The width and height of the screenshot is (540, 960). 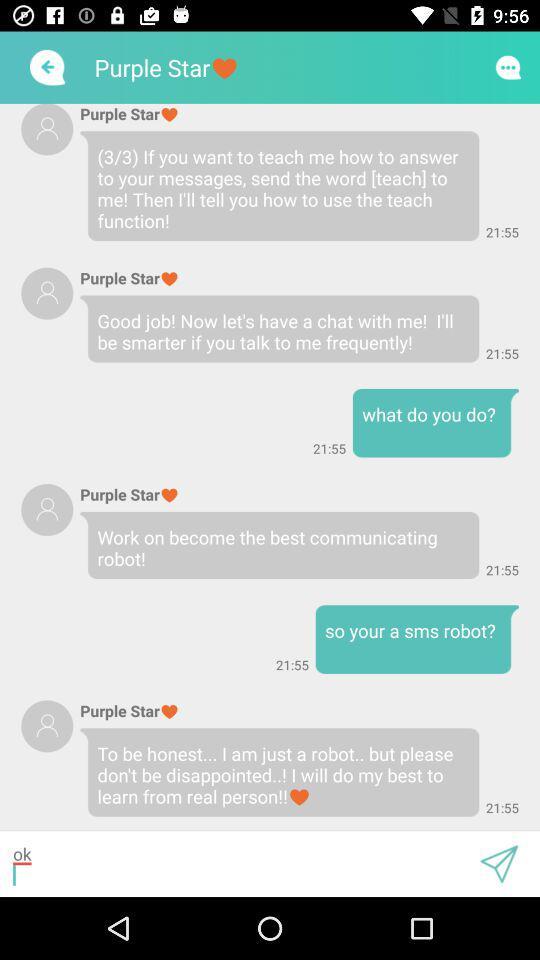 What do you see at coordinates (47, 292) in the screenshot?
I see `profile pic` at bounding box center [47, 292].